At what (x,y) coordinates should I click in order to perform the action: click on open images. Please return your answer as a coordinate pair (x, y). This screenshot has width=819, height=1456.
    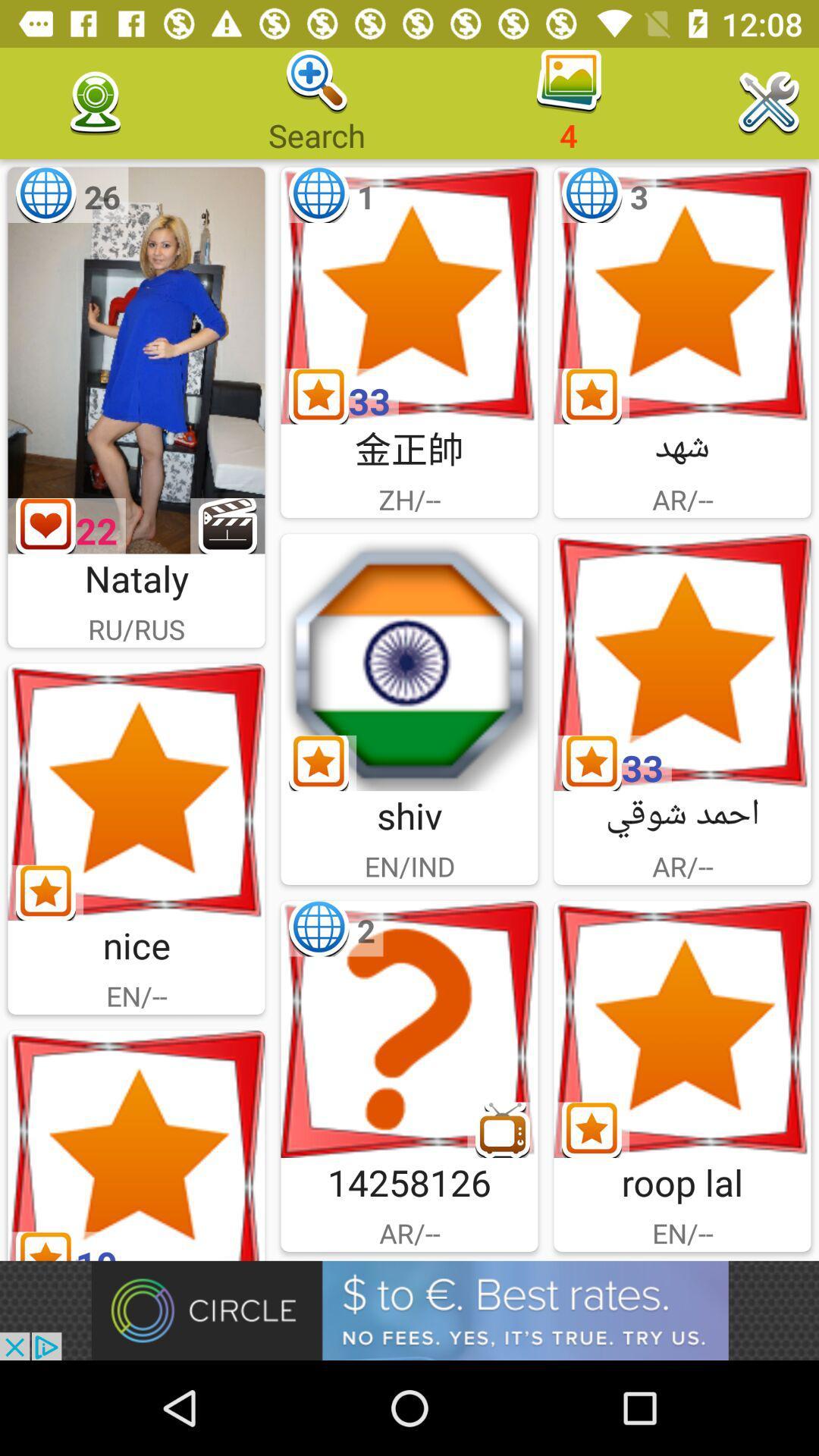
    Looking at the image, I should click on (136, 791).